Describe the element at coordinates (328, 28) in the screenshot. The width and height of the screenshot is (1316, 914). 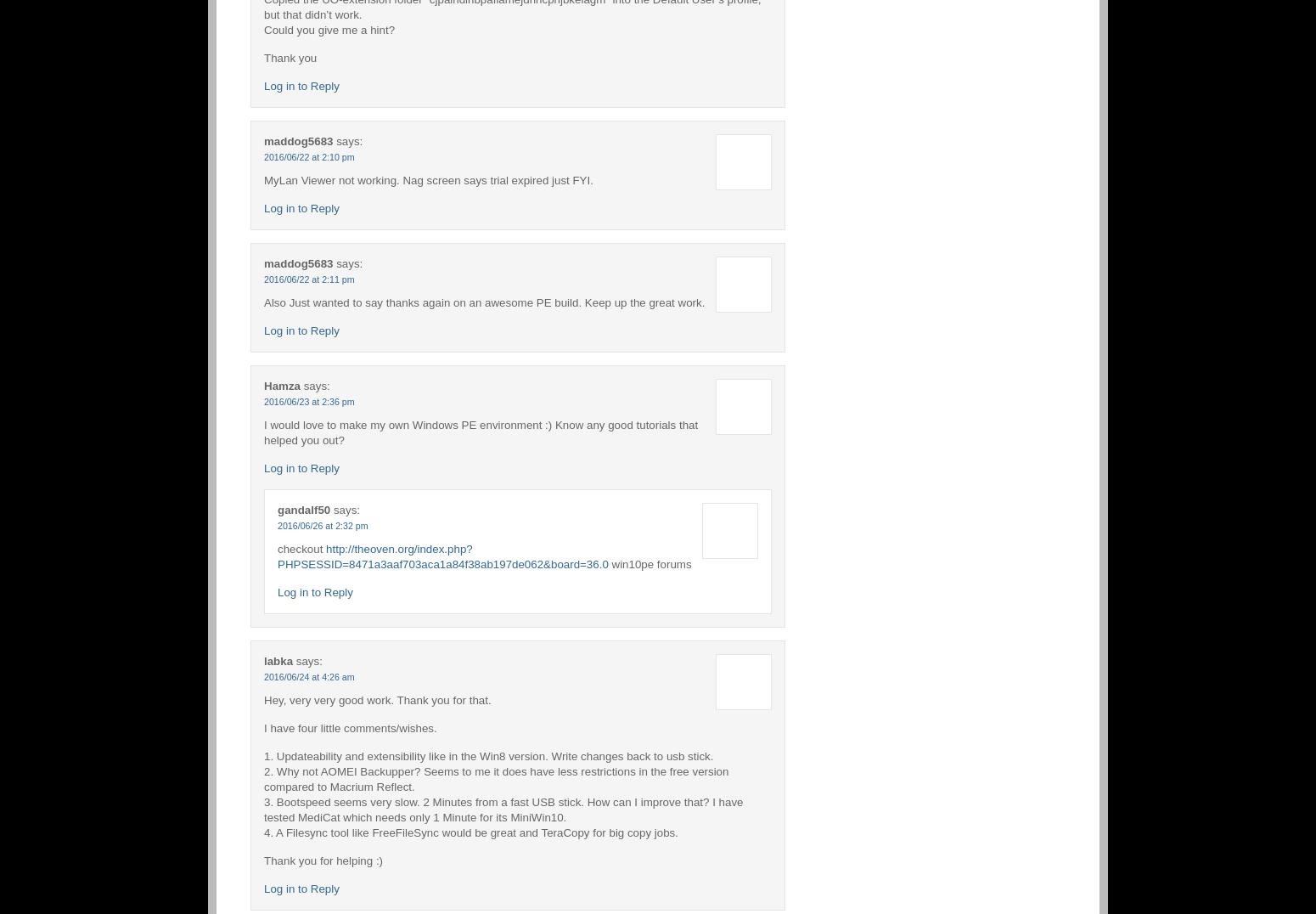
I see `'Could you give me a hint?'` at that location.